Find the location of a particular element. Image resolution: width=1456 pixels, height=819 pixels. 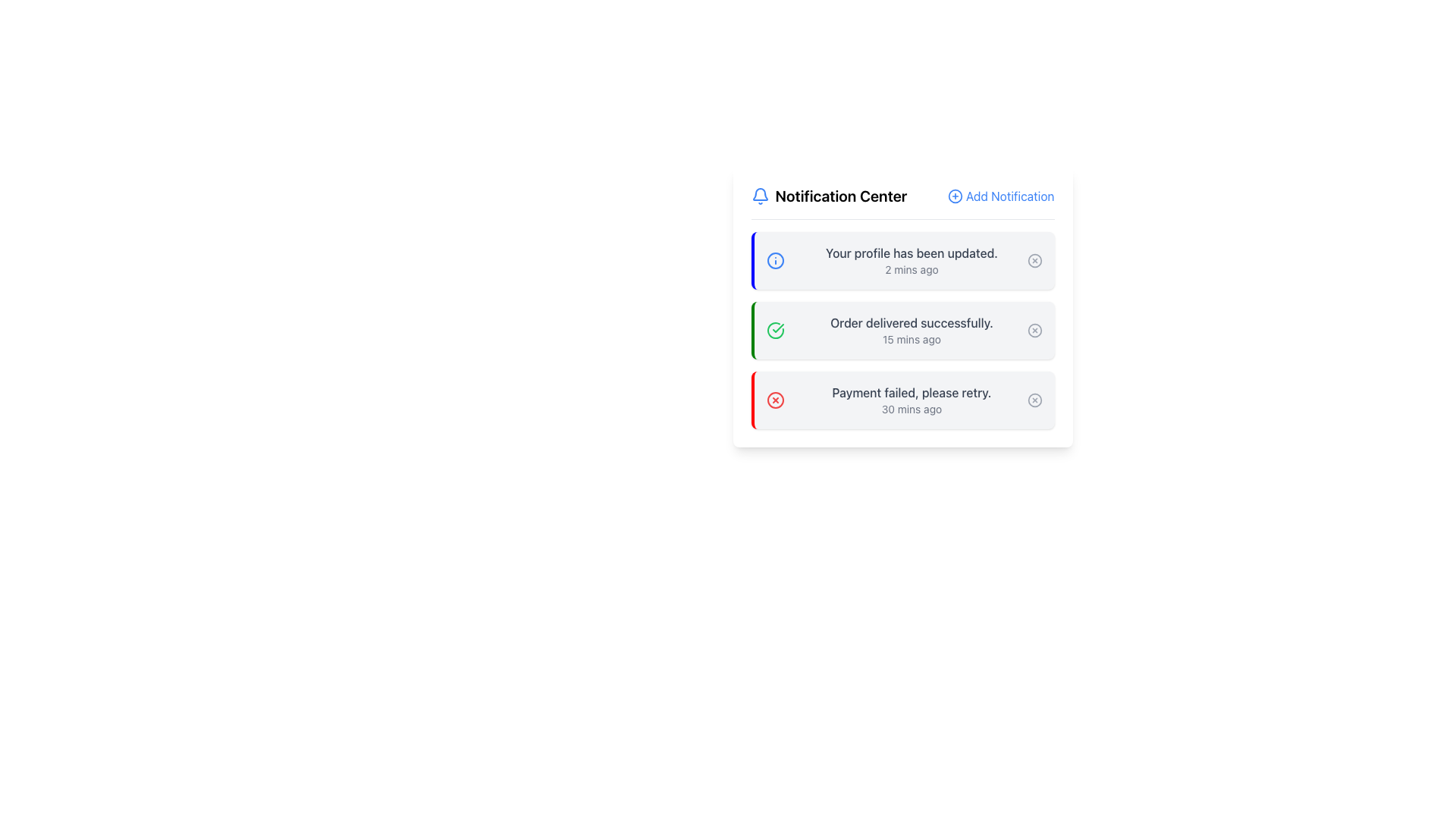

the circular graphical element with no fill and an outlined stroke, part of the crossed circle icon in the second notification item of the Notification Center, indicating a successful delivery update is located at coordinates (1034, 329).